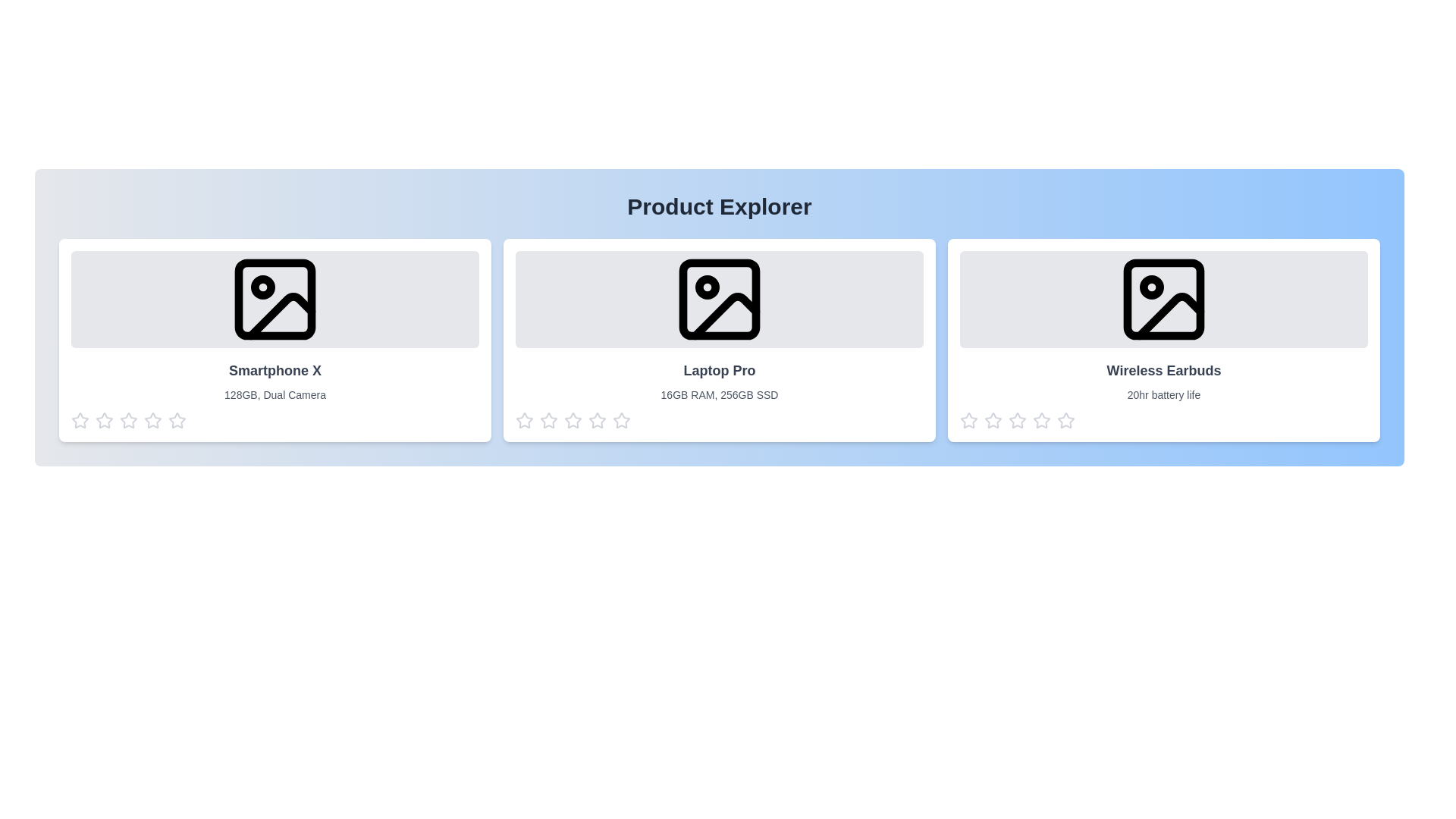  I want to click on the product name Smartphone X, so click(275, 371).